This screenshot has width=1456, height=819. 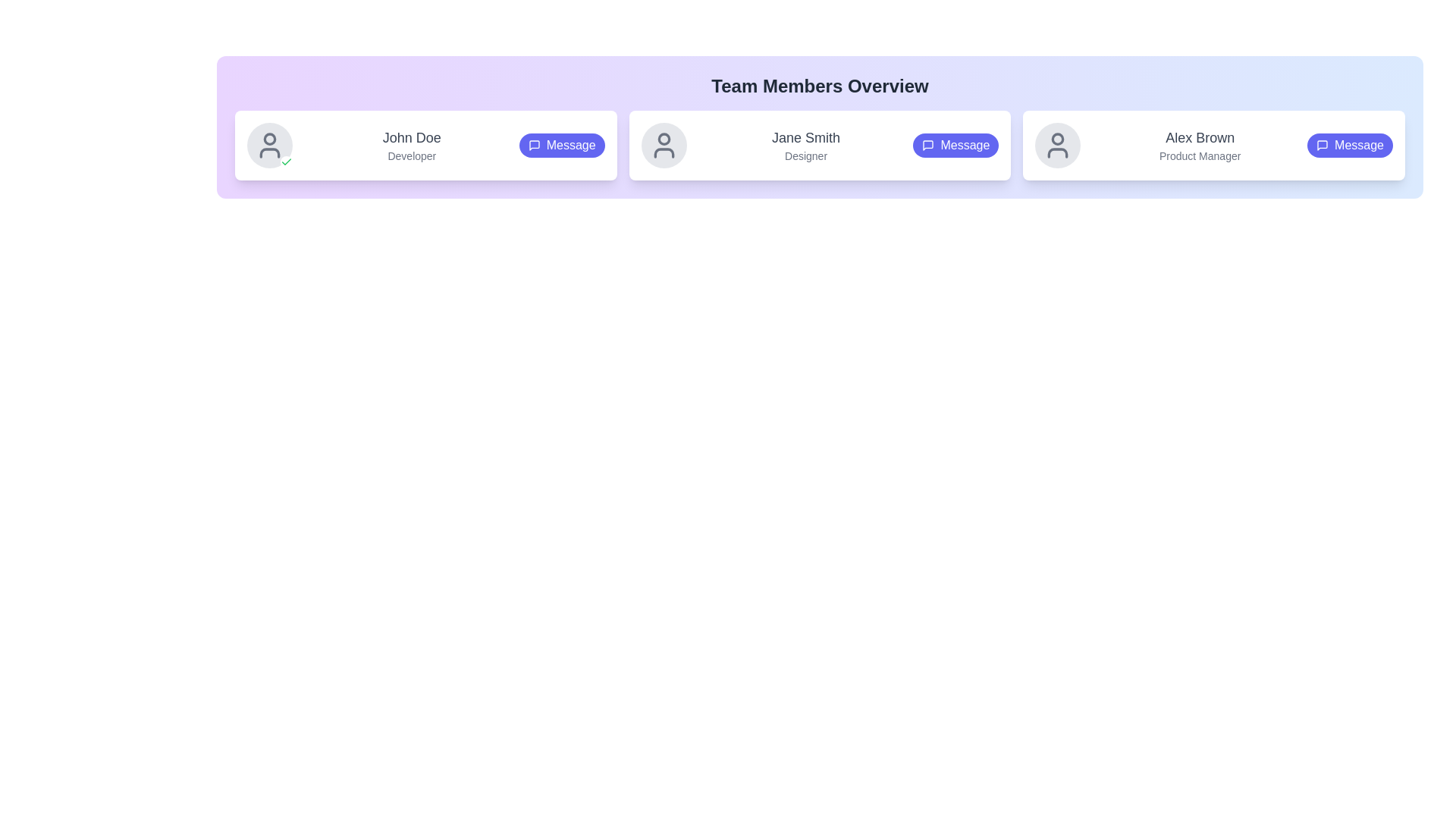 What do you see at coordinates (664, 146) in the screenshot?
I see `the circular icon with a gray background and a dark gray human silhouette, located in the upper-left corner of the card labeled 'Jane Smith' and 'Designer'` at bounding box center [664, 146].